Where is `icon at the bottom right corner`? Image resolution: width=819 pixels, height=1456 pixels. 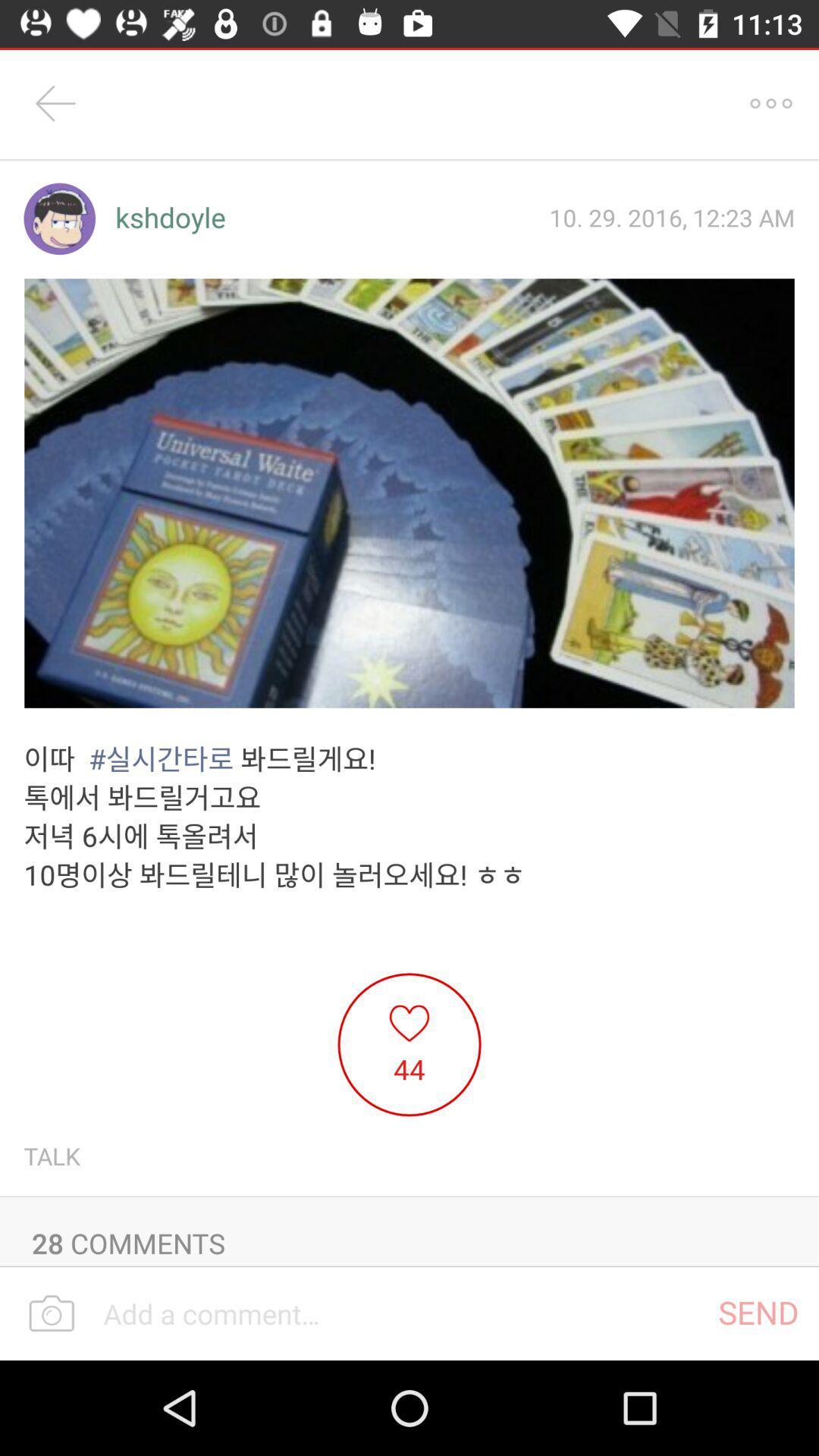
icon at the bottom right corner is located at coordinates (758, 1311).